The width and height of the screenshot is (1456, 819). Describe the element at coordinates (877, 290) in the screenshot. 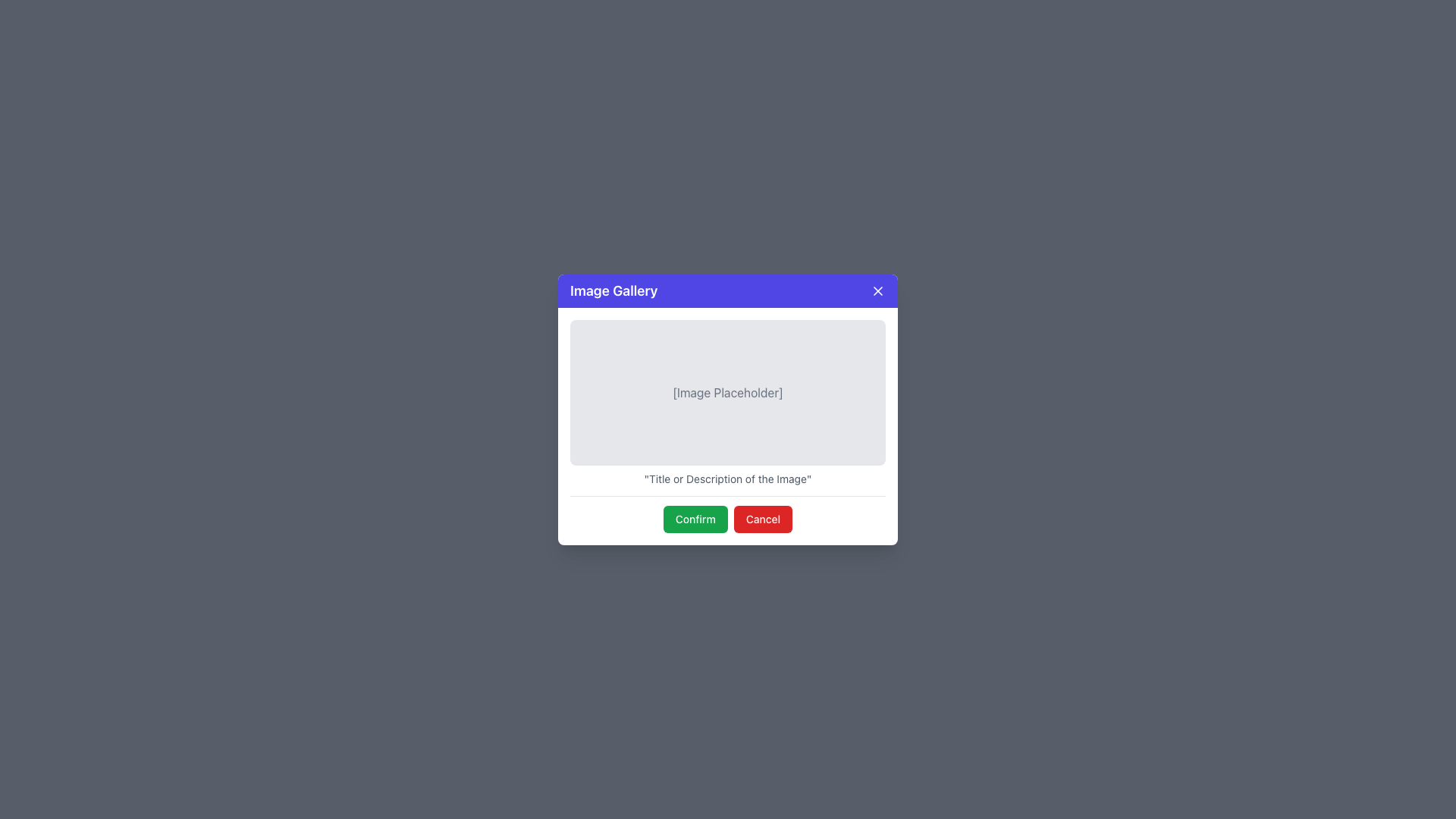

I see `the small purple close button with a circular 'X' icon located in the upper-right corner of the modal header labeled 'Image Gallery' to trigger any tooltip that may be implemented` at that location.